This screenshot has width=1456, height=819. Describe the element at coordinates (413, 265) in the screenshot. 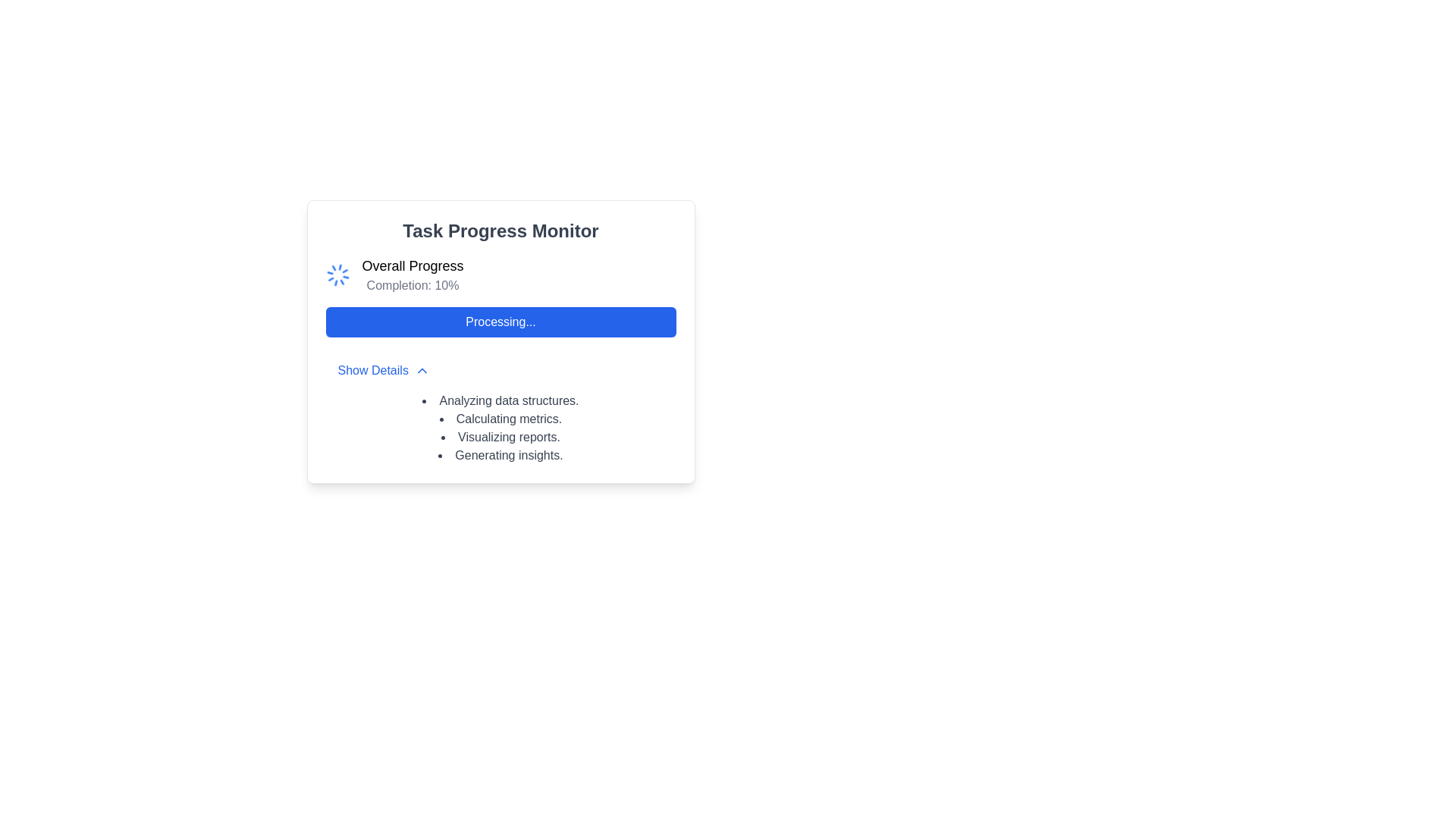

I see `text content of the header label located at the top-left section of the card, which summarizes the progress information and is positioned above the secondary text 'Completion: 0%` at that location.